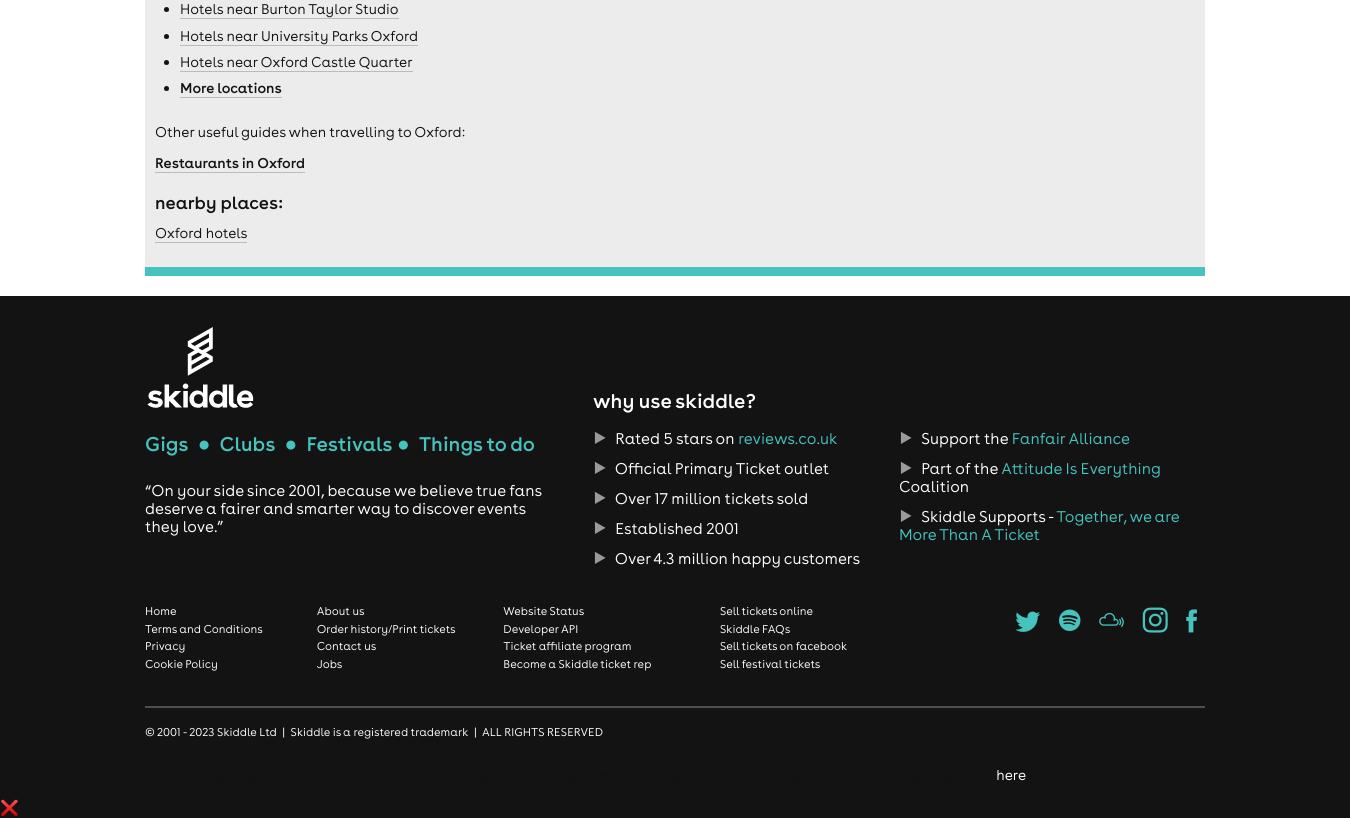  I want to click on 'We use cookies to make sure we give you the best experience possible. By continuing, you're accepting that you're happy with our cookie policy. Click', so click(497, 774).